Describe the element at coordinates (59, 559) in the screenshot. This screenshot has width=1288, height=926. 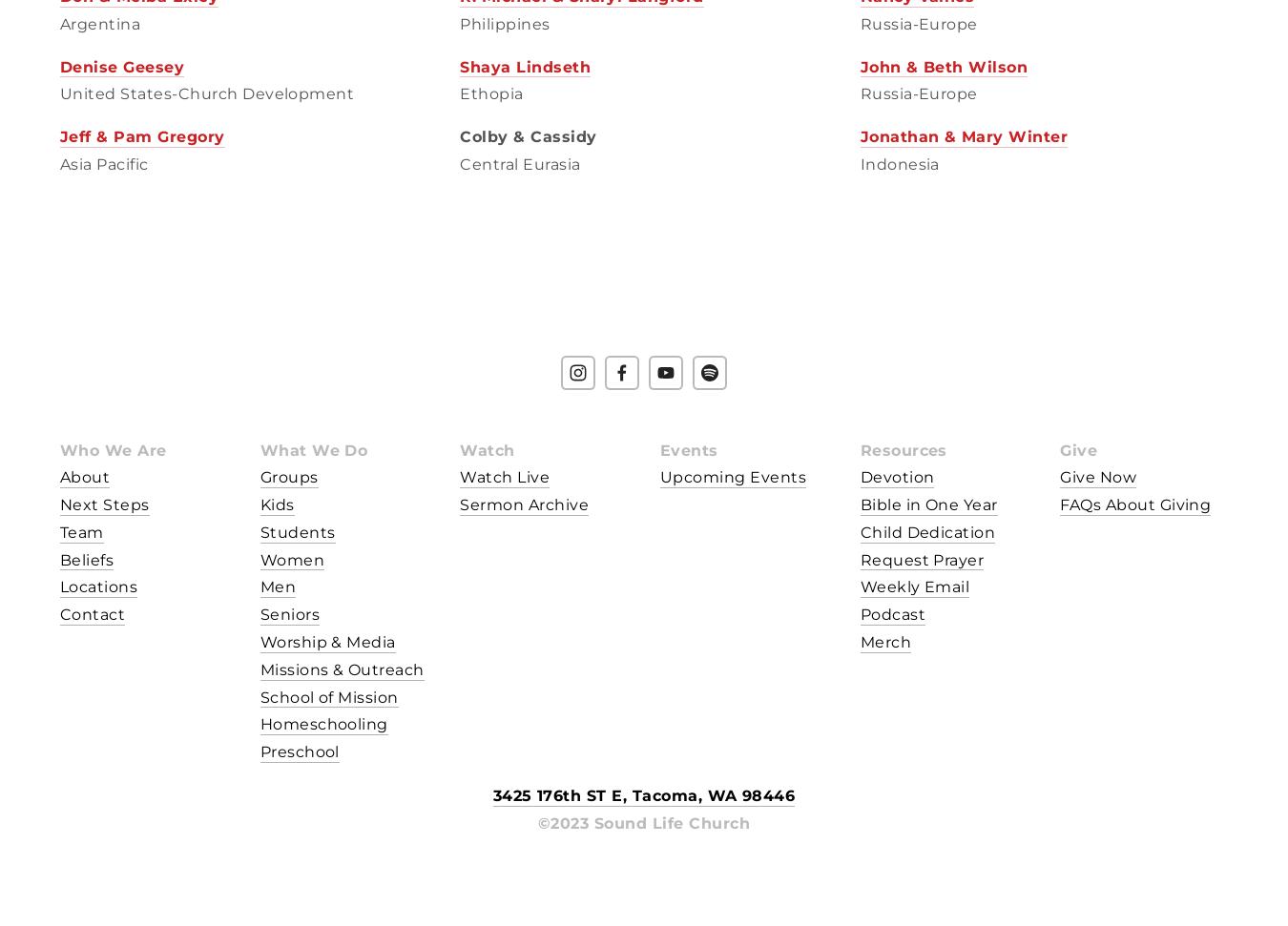
I see `'Beliefs'` at that location.